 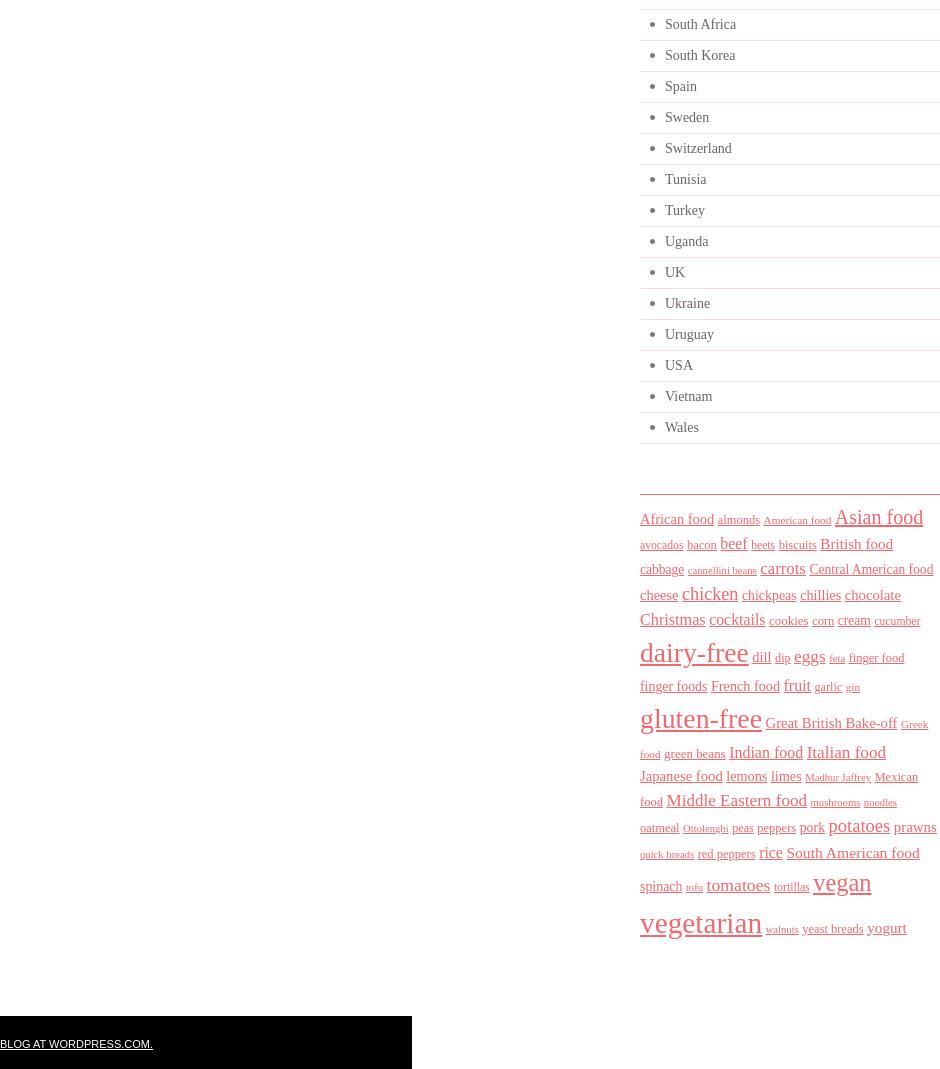 What do you see at coordinates (851, 852) in the screenshot?
I see `'South American food'` at bounding box center [851, 852].